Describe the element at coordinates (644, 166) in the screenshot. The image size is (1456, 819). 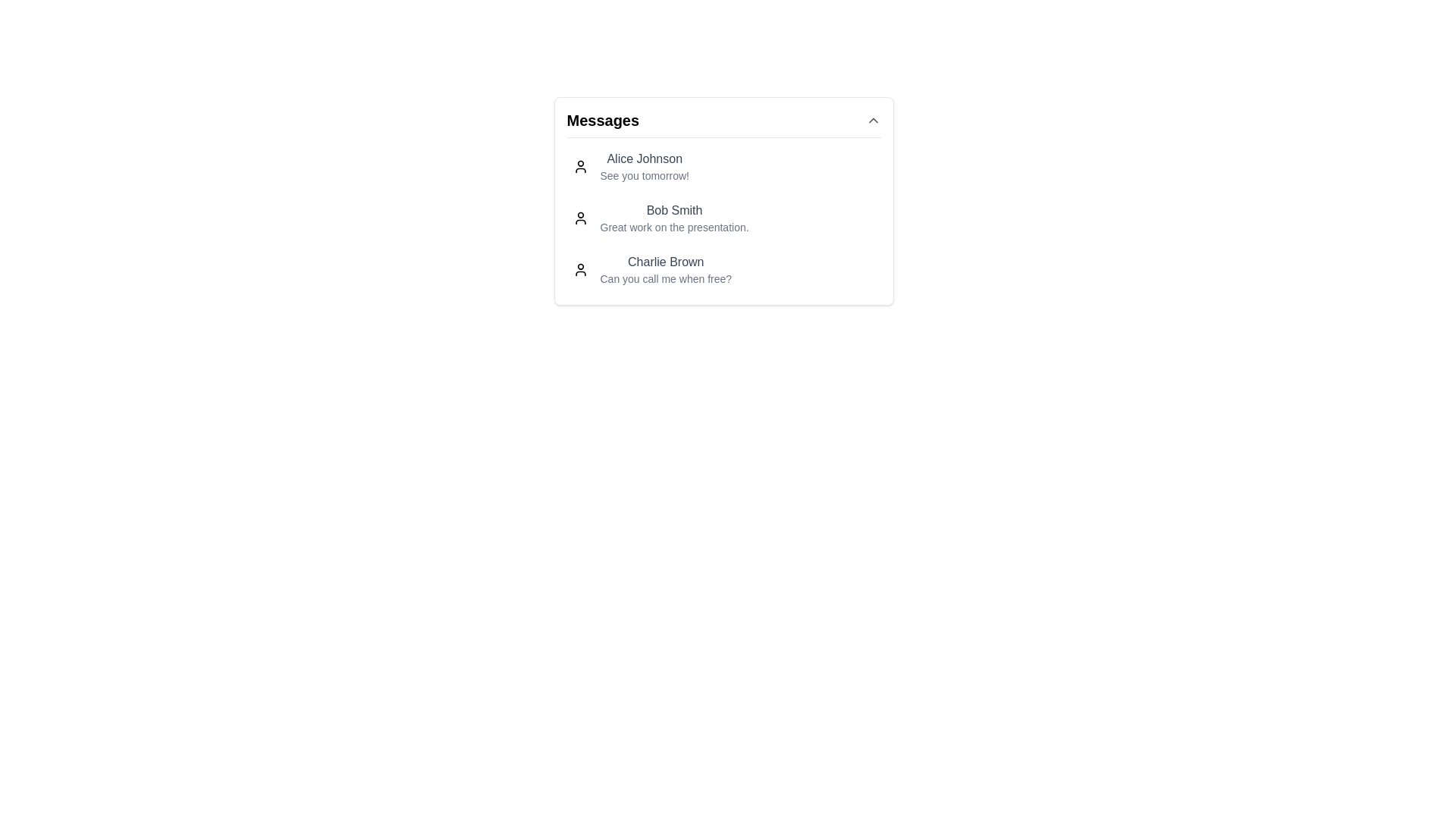
I see `the first list item displaying the sender's name 'Alice Johnson' and the message preview 'See you tomorrow!'` at that location.